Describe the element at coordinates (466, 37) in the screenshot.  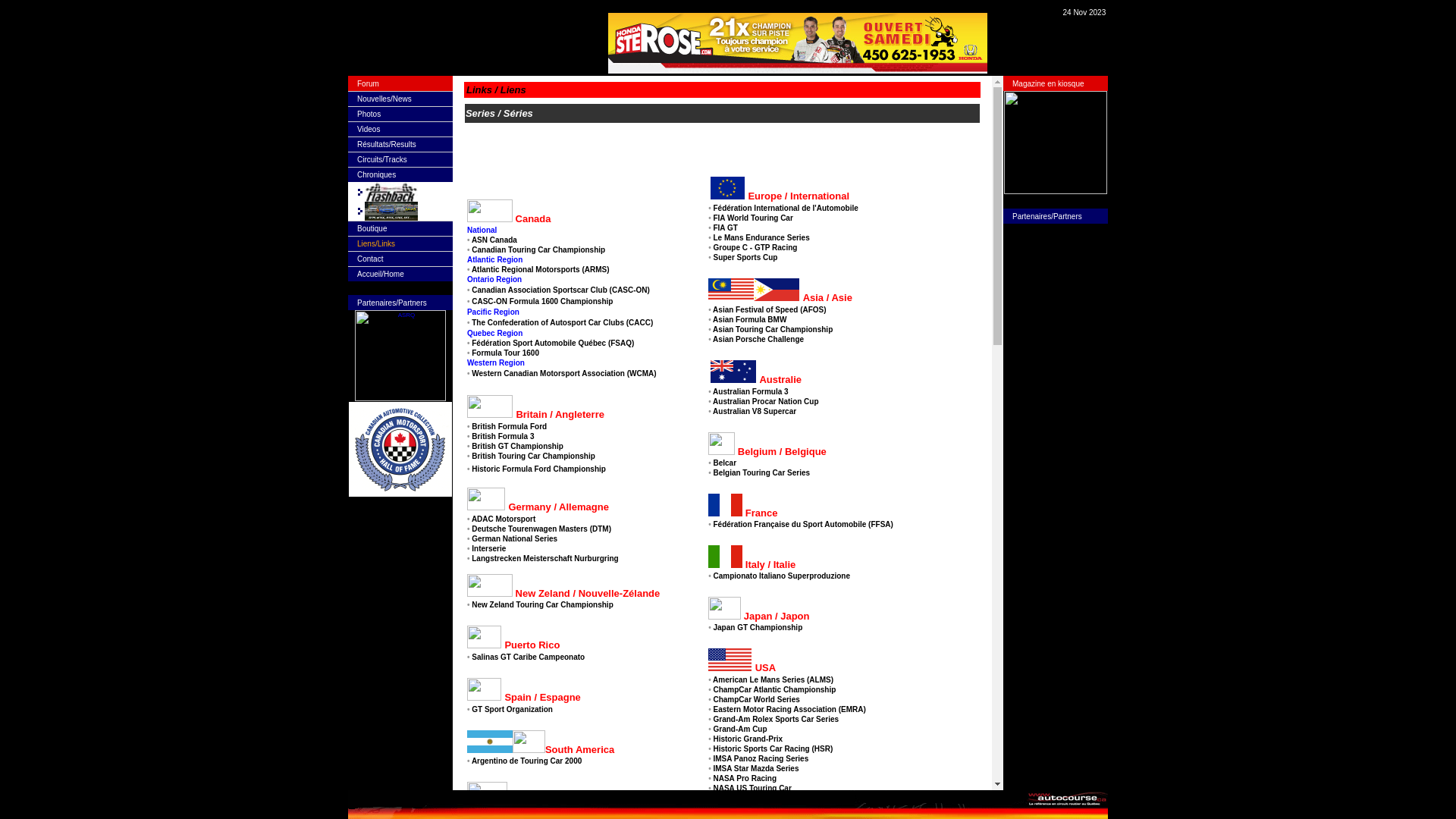
I see `' '` at that location.